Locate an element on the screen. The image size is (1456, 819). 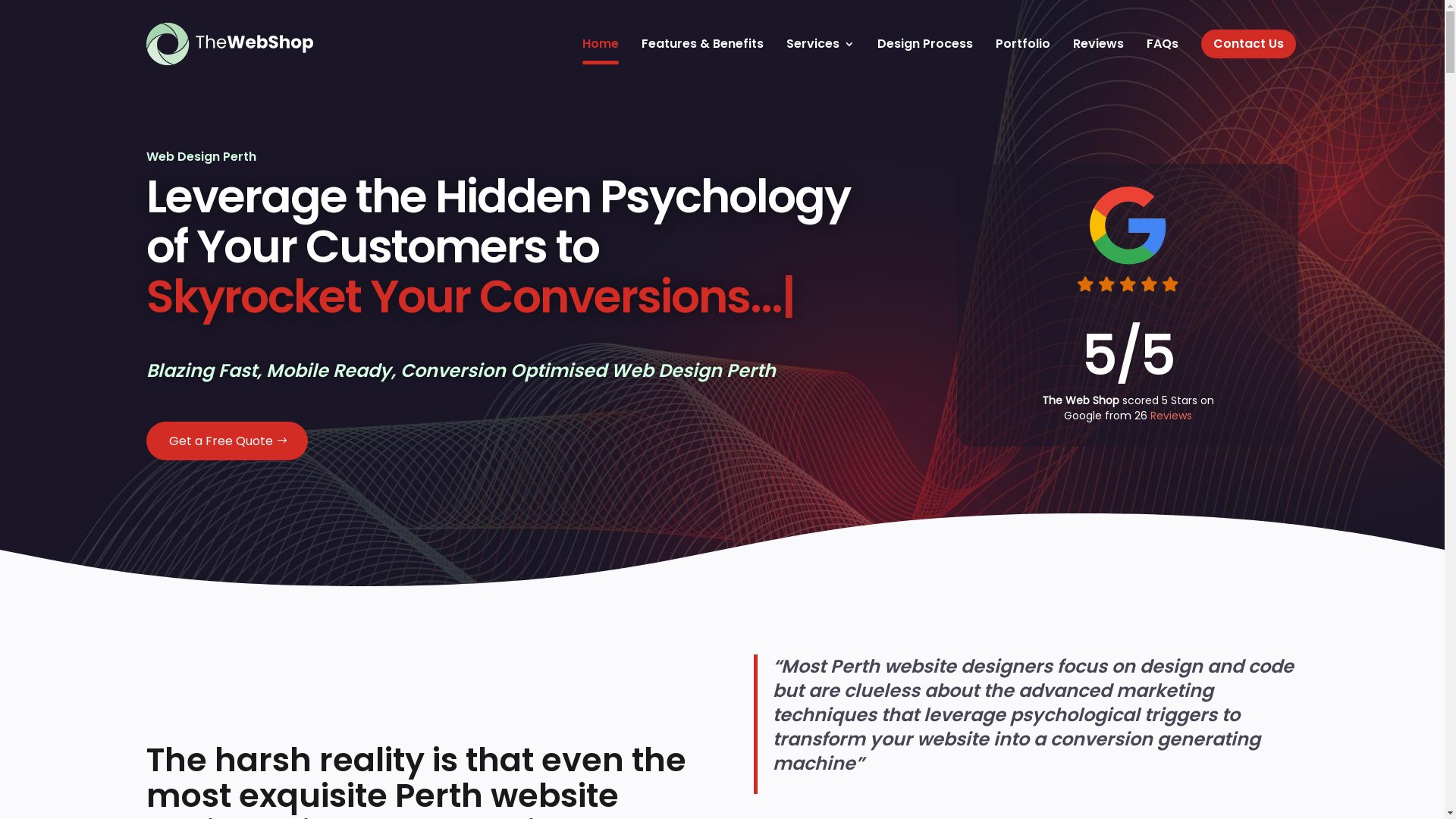
'Features & Benefits' is located at coordinates (701, 42).